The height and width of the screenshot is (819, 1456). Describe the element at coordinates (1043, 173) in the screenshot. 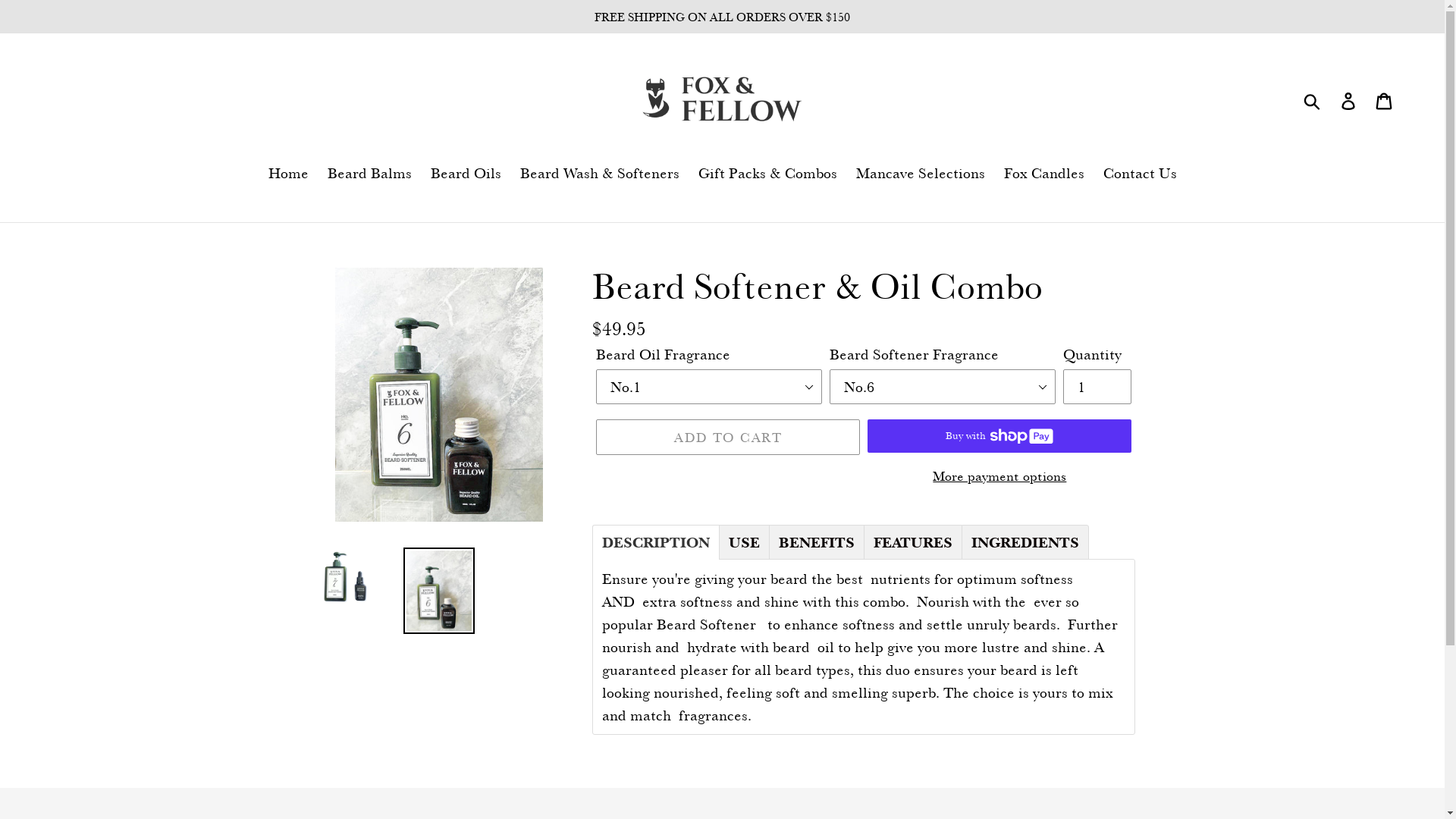

I see `'Fox Candles'` at that location.